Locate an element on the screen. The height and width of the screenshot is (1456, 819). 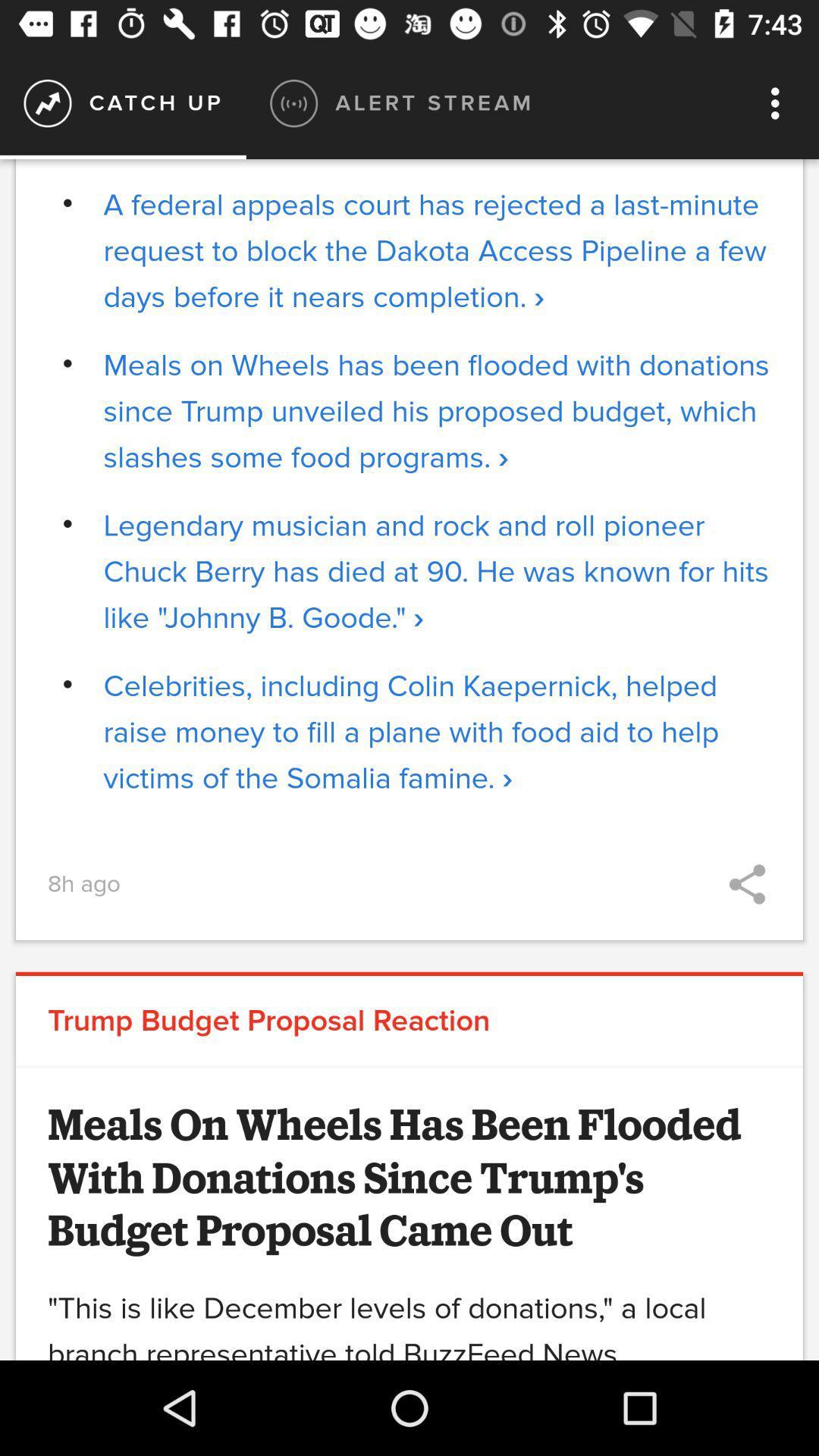
item to the right of alert stream icon is located at coordinates (779, 102).